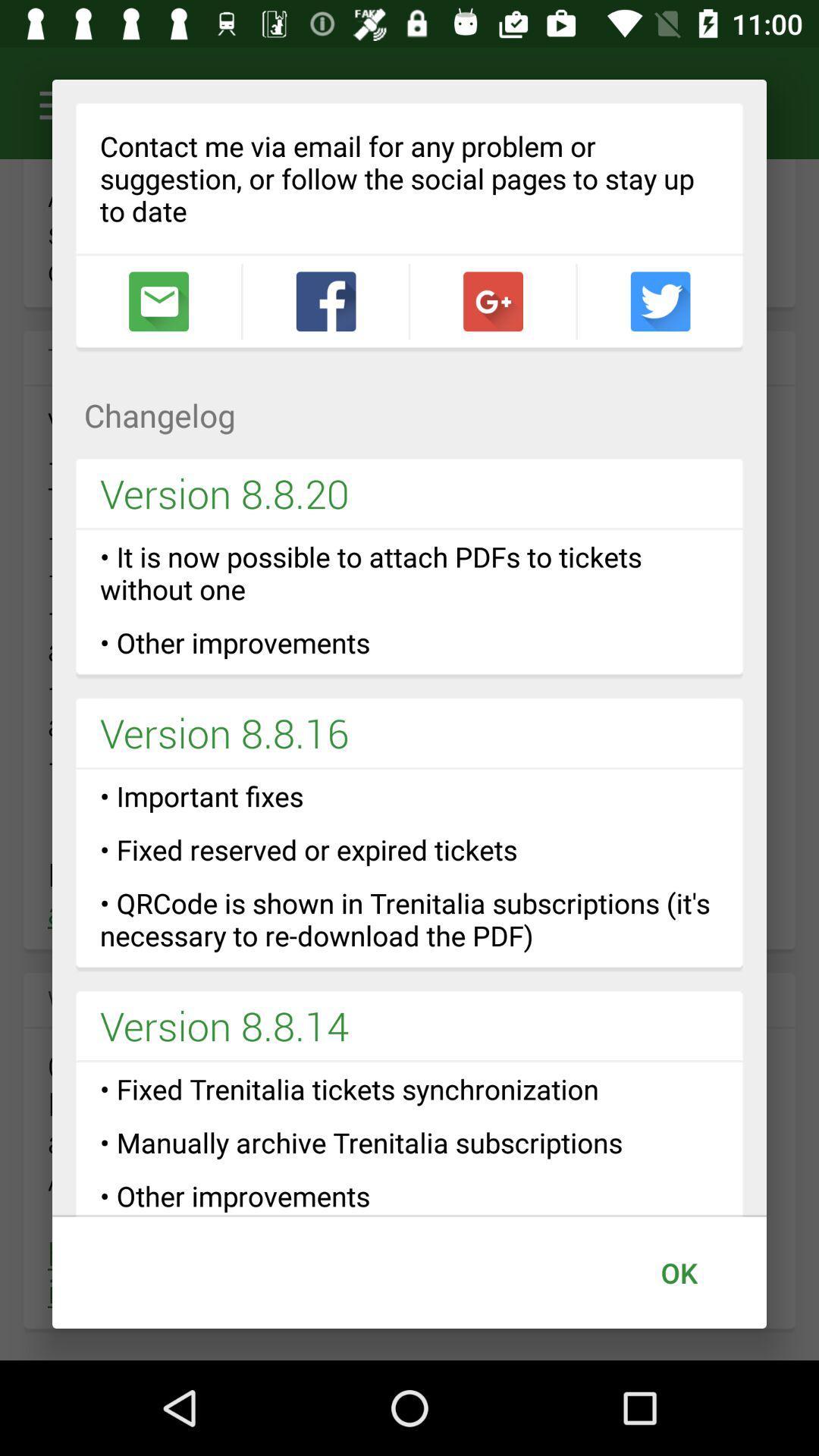 This screenshot has height=1456, width=819. What do you see at coordinates (659, 301) in the screenshot?
I see `contact via twitter` at bounding box center [659, 301].